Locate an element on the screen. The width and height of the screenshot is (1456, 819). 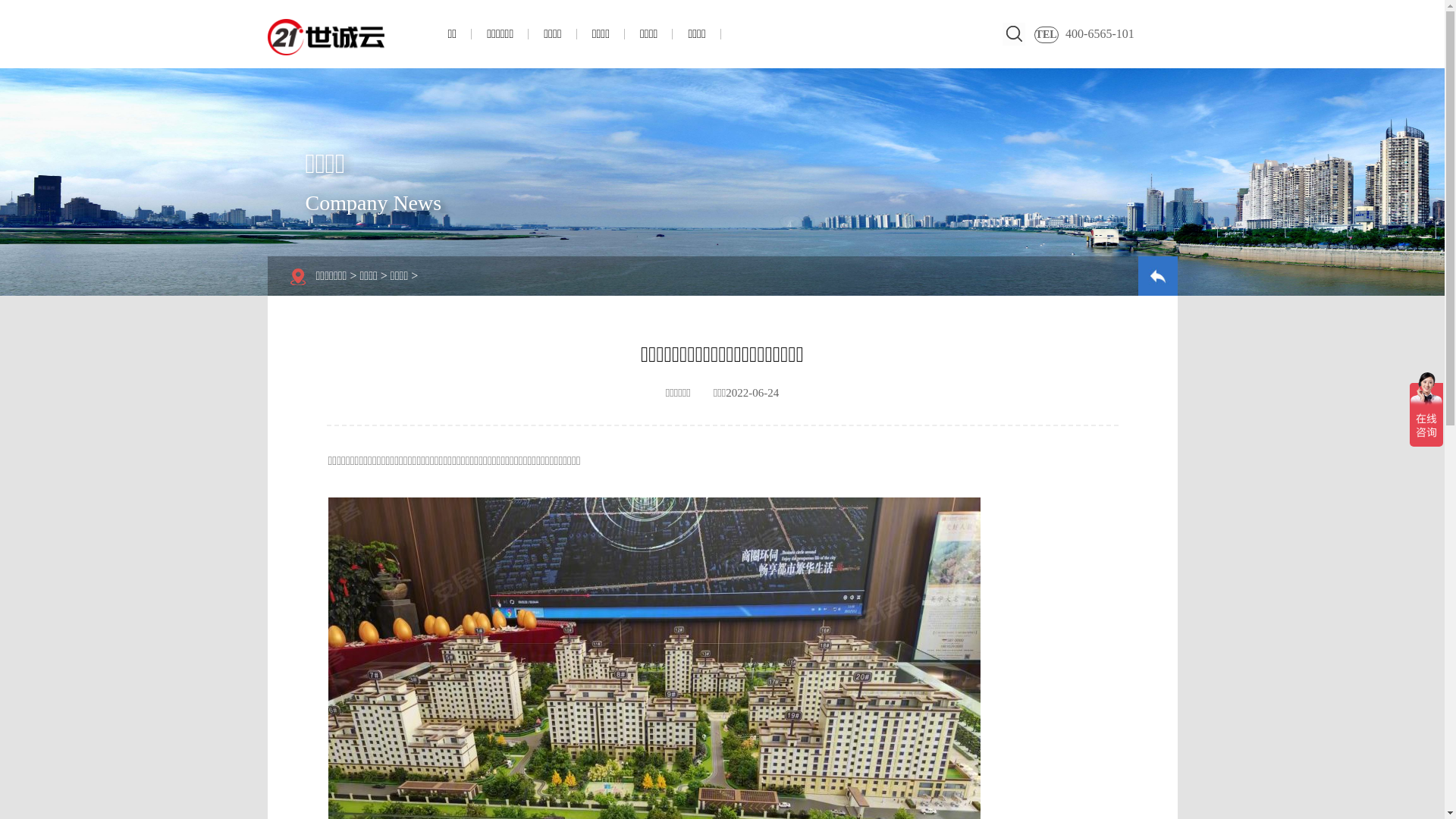
'TEL' is located at coordinates (1046, 34).